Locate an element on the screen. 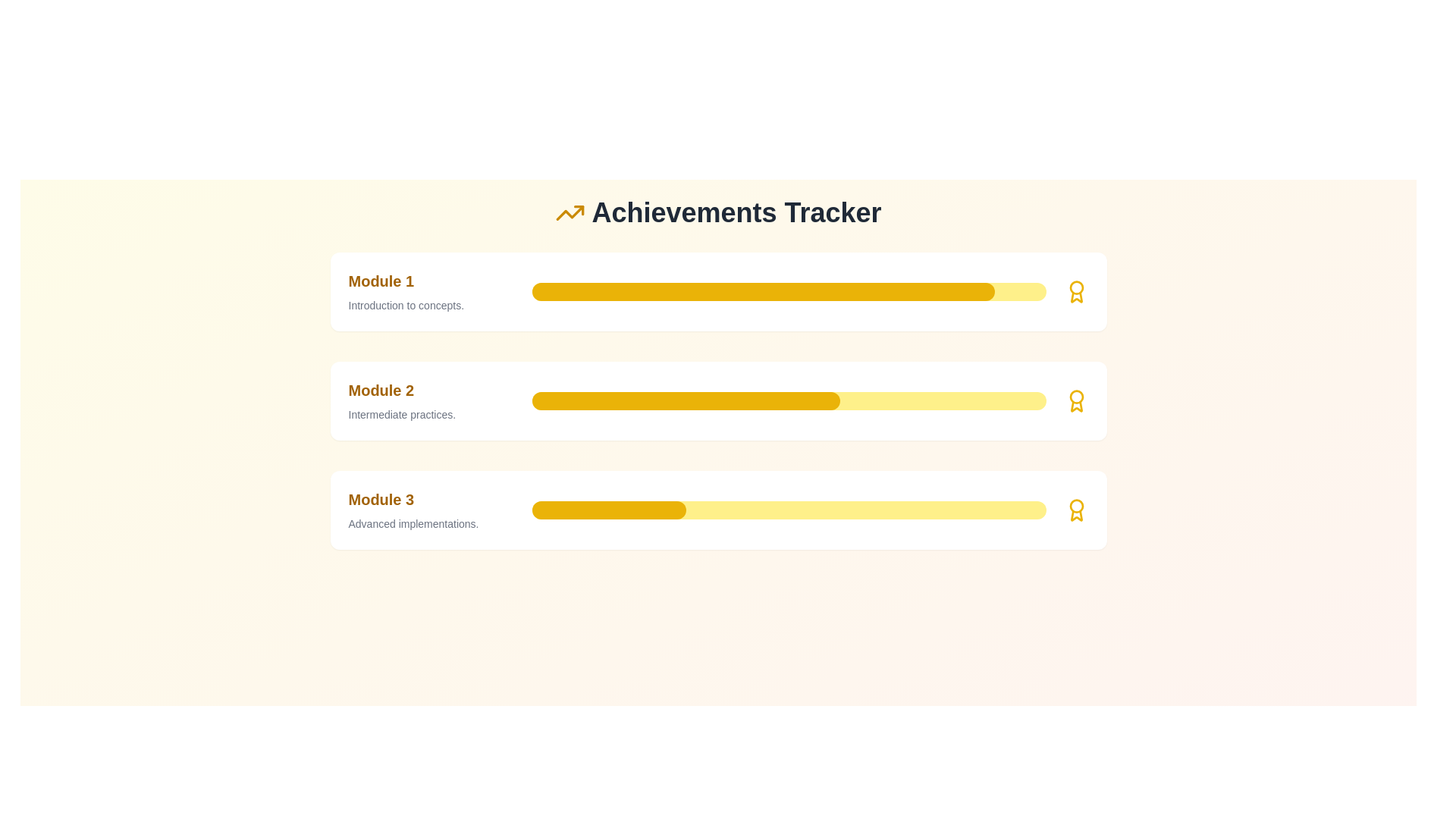  the progress visually by focusing on the horizontal progress bar filled with yellow, located next to 'Module 1' text labels is located at coordinates (763, 292).